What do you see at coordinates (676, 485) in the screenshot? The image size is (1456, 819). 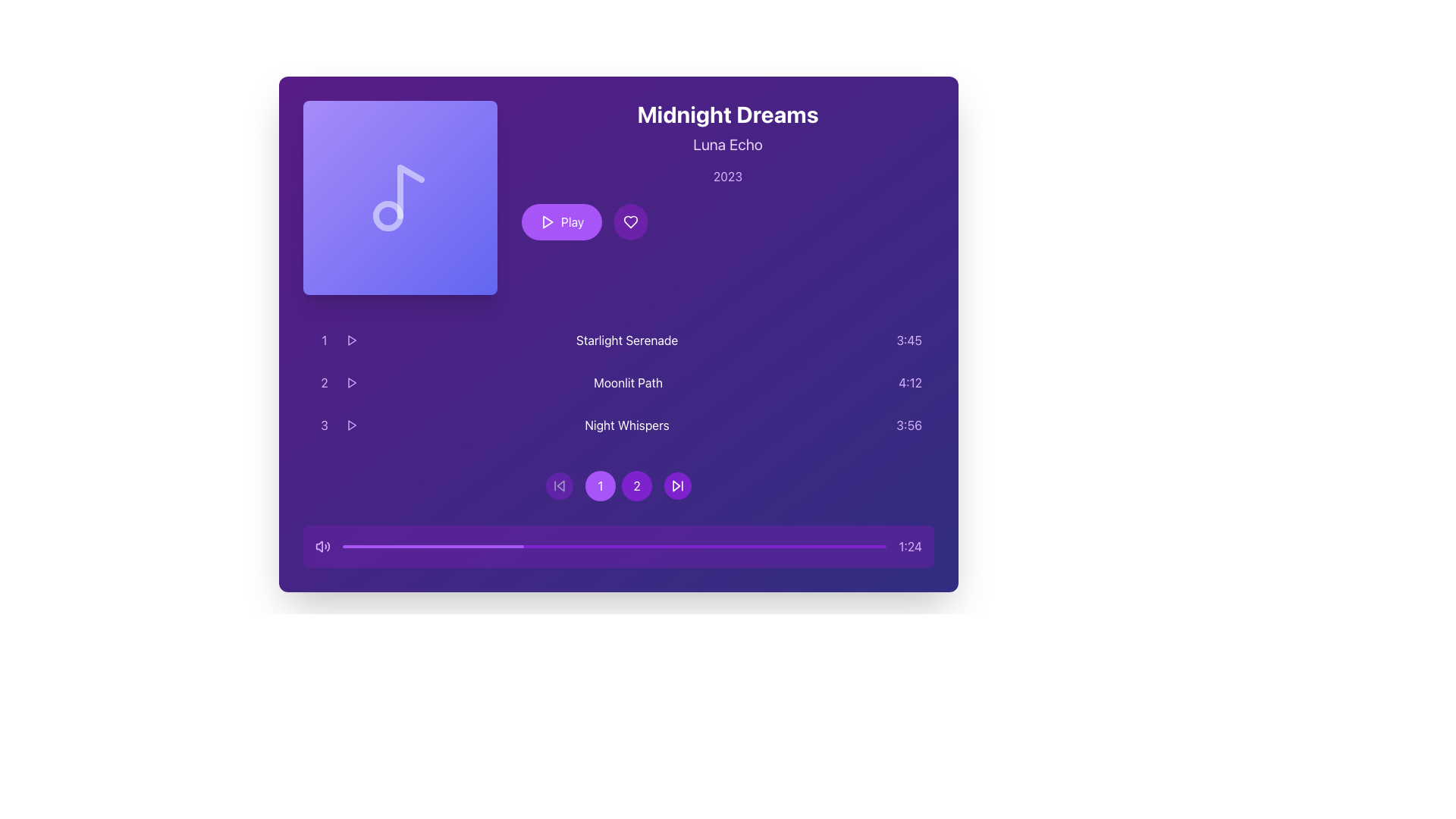 I see `the circular purple button with a forward navigation symbol` at bounding box center [676, 485].